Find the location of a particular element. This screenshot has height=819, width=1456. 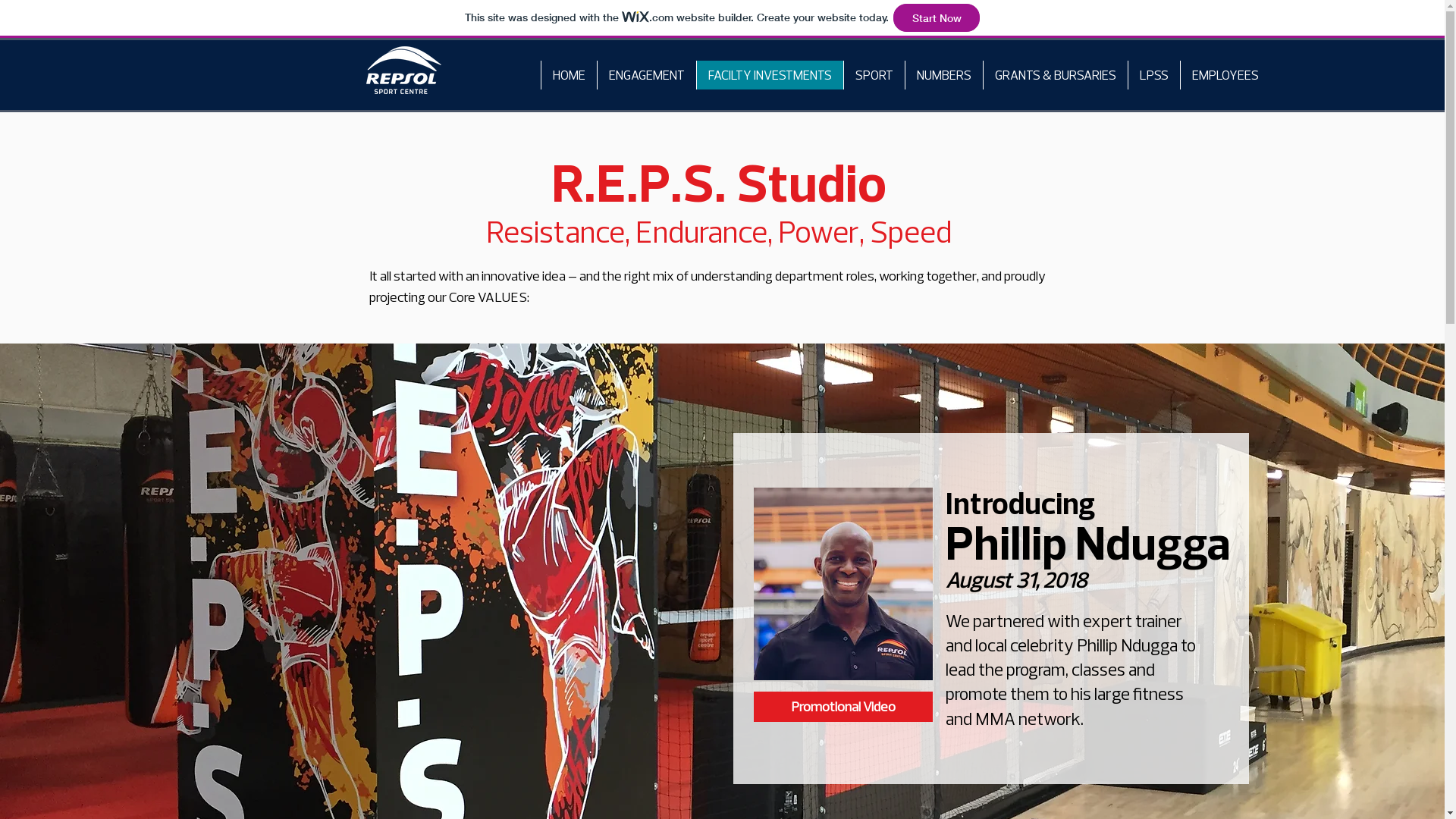

'Promotional Video' is located at coordinates (843, 707).